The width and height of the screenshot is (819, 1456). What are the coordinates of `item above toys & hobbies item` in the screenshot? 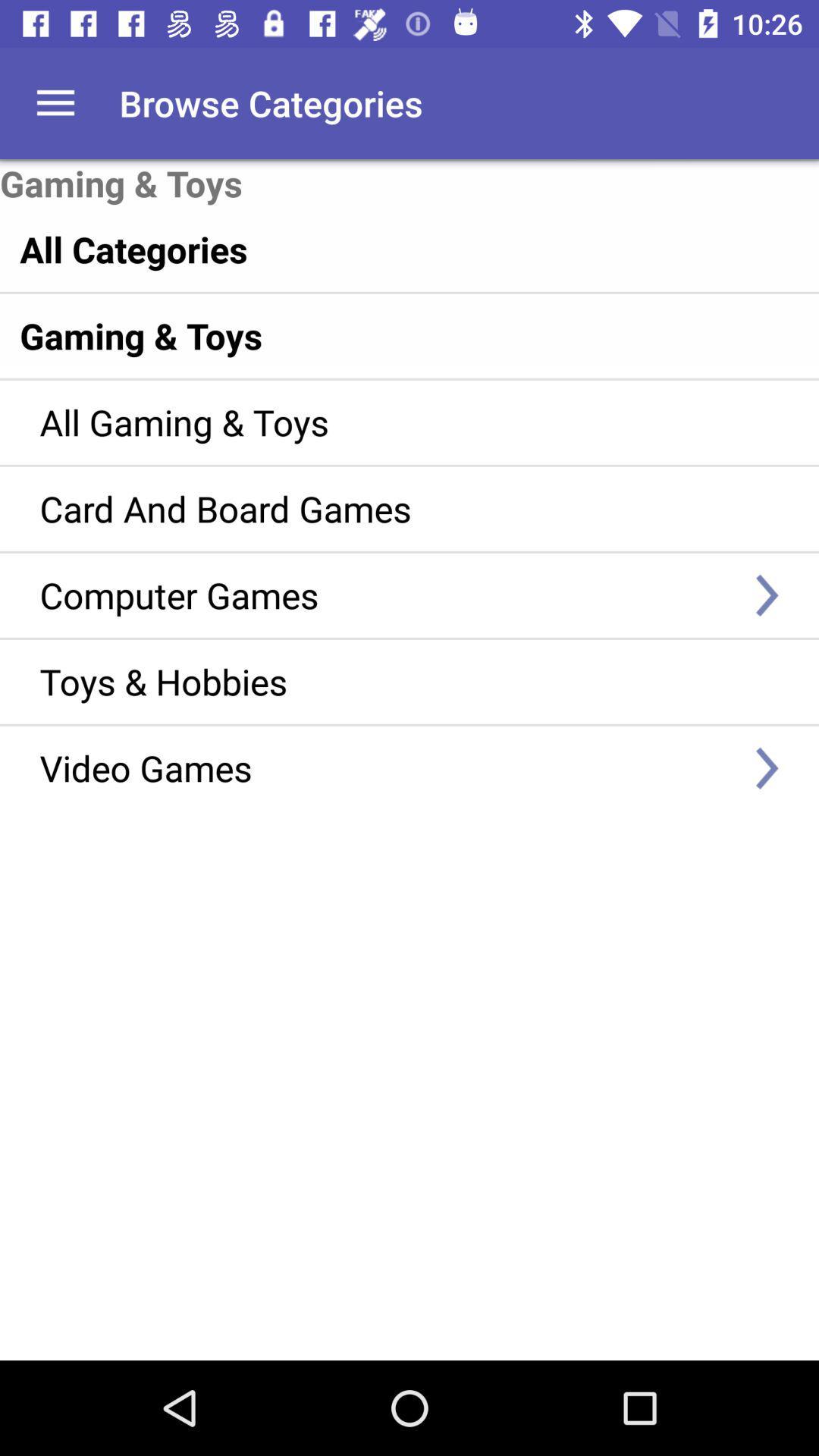 It's located at (387, 594).